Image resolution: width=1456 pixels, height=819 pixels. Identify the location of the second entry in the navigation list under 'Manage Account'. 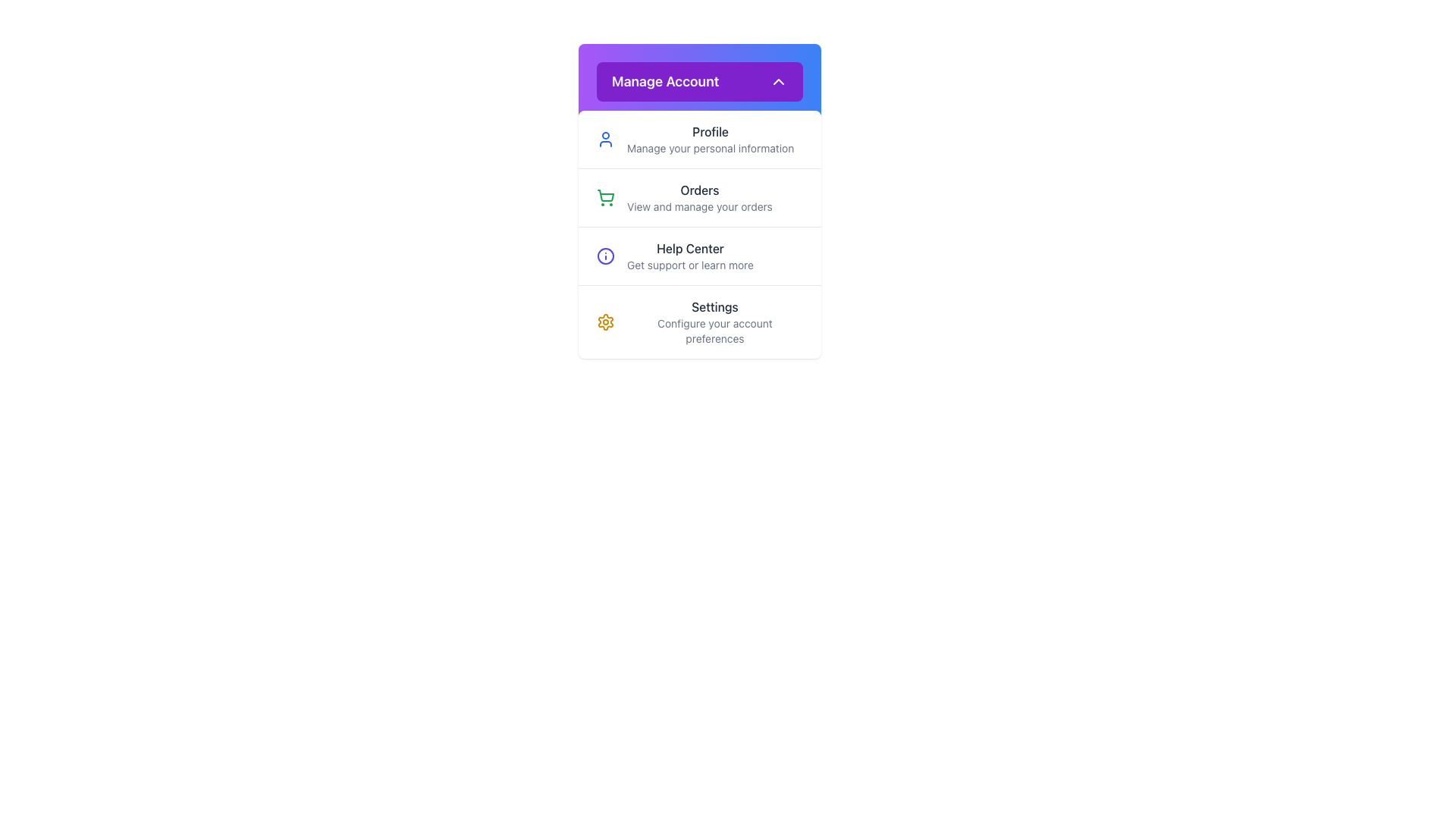
(698, 196).